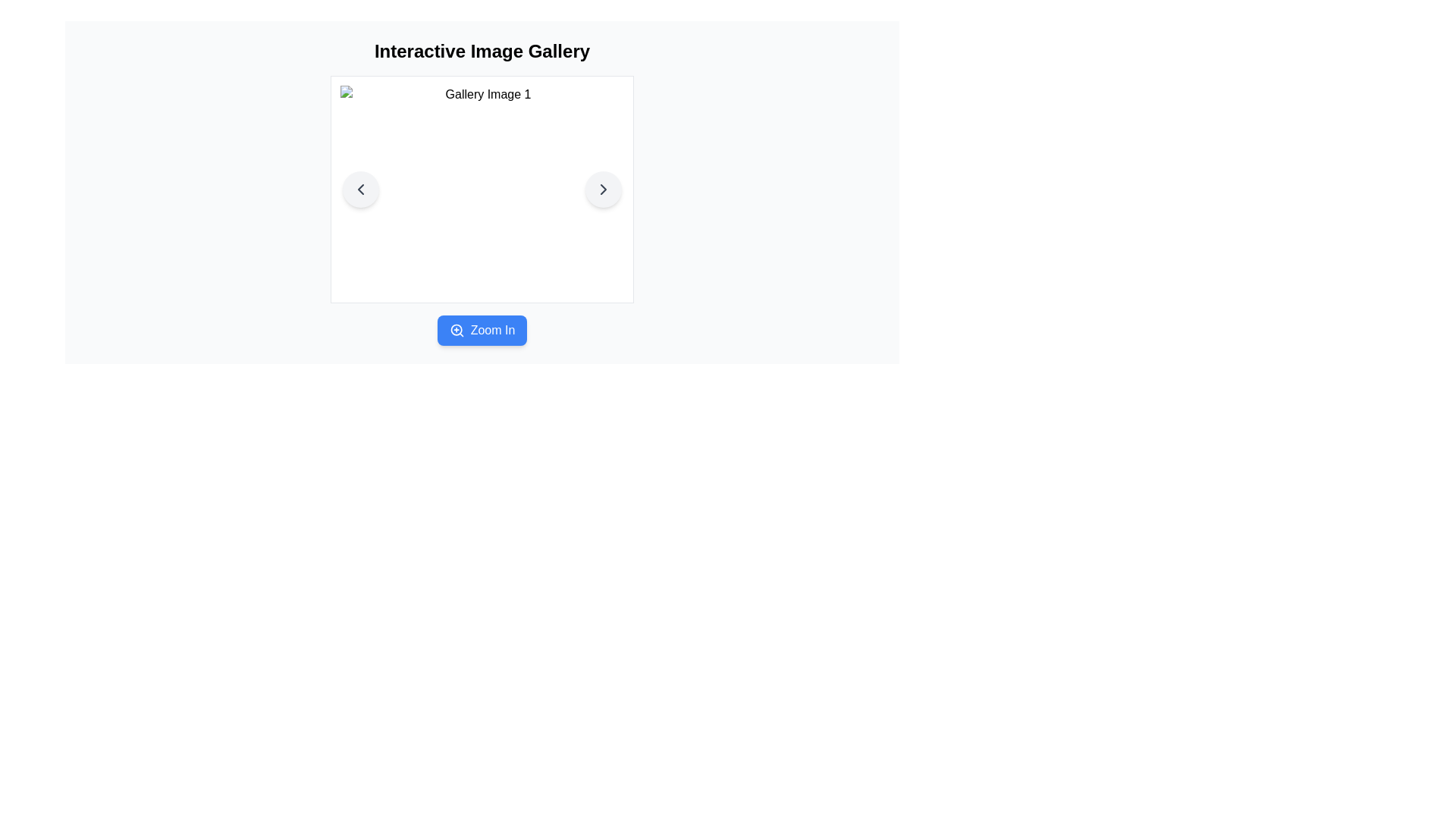  Describe the element at coordinates (603, 189) in the screenshot. I see `the navigation button on the right side of the gallery` at that location.